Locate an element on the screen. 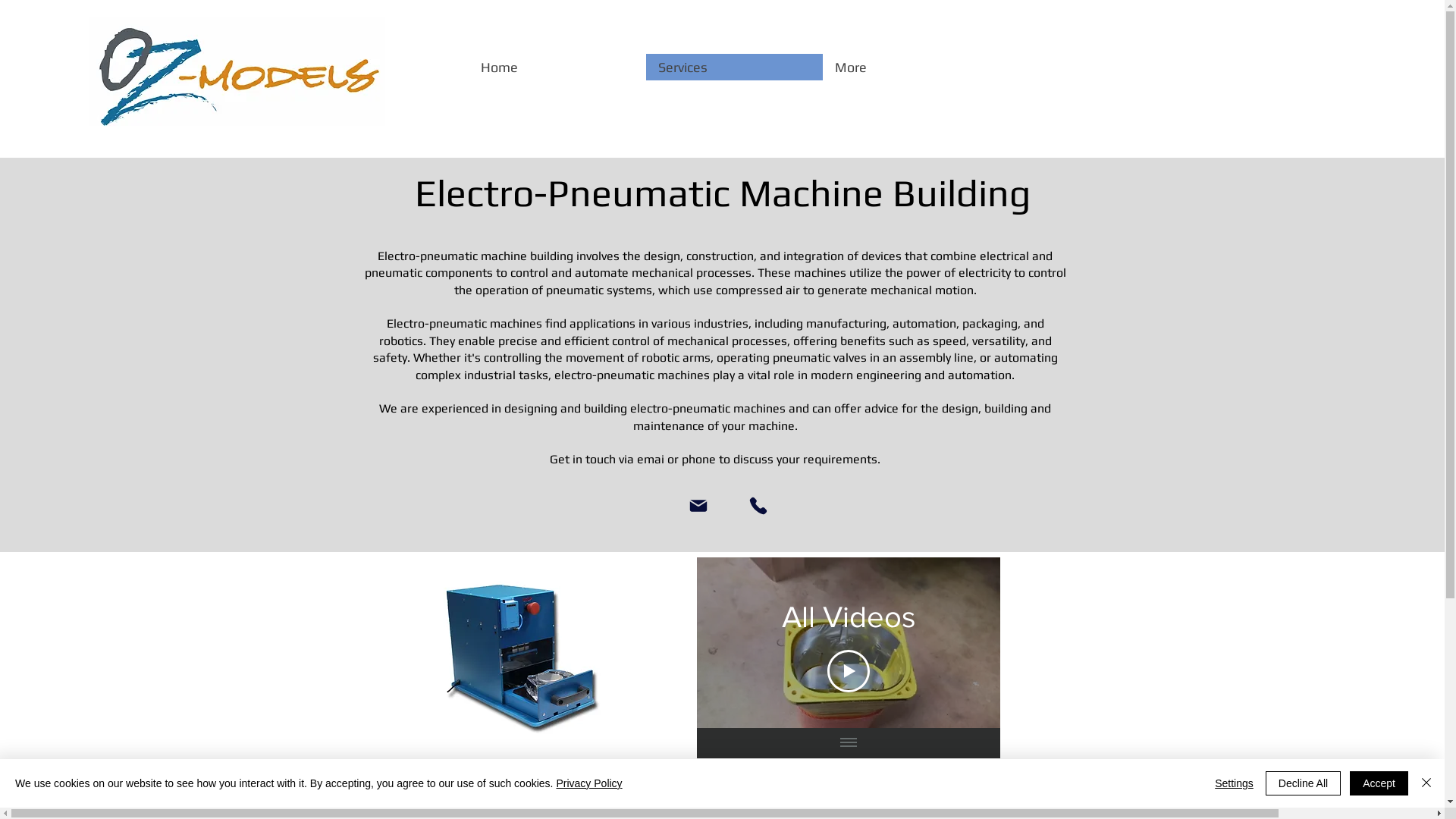  'Privacy Policy' is located at coordinates (588, 783).